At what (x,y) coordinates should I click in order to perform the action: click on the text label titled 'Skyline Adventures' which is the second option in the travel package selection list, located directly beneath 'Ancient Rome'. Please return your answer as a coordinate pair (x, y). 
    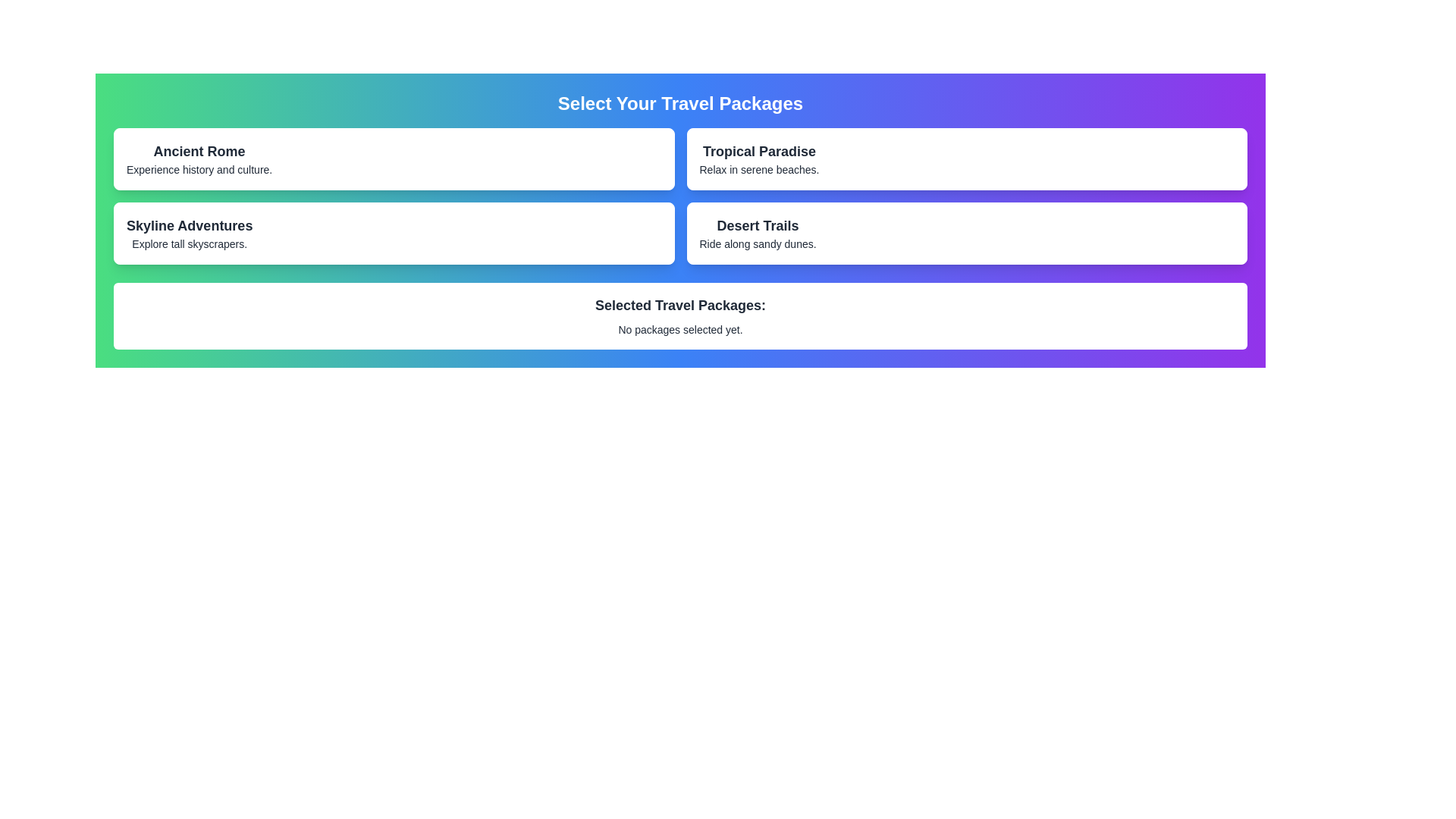
    Looking at the image, I should click on (189, 225).